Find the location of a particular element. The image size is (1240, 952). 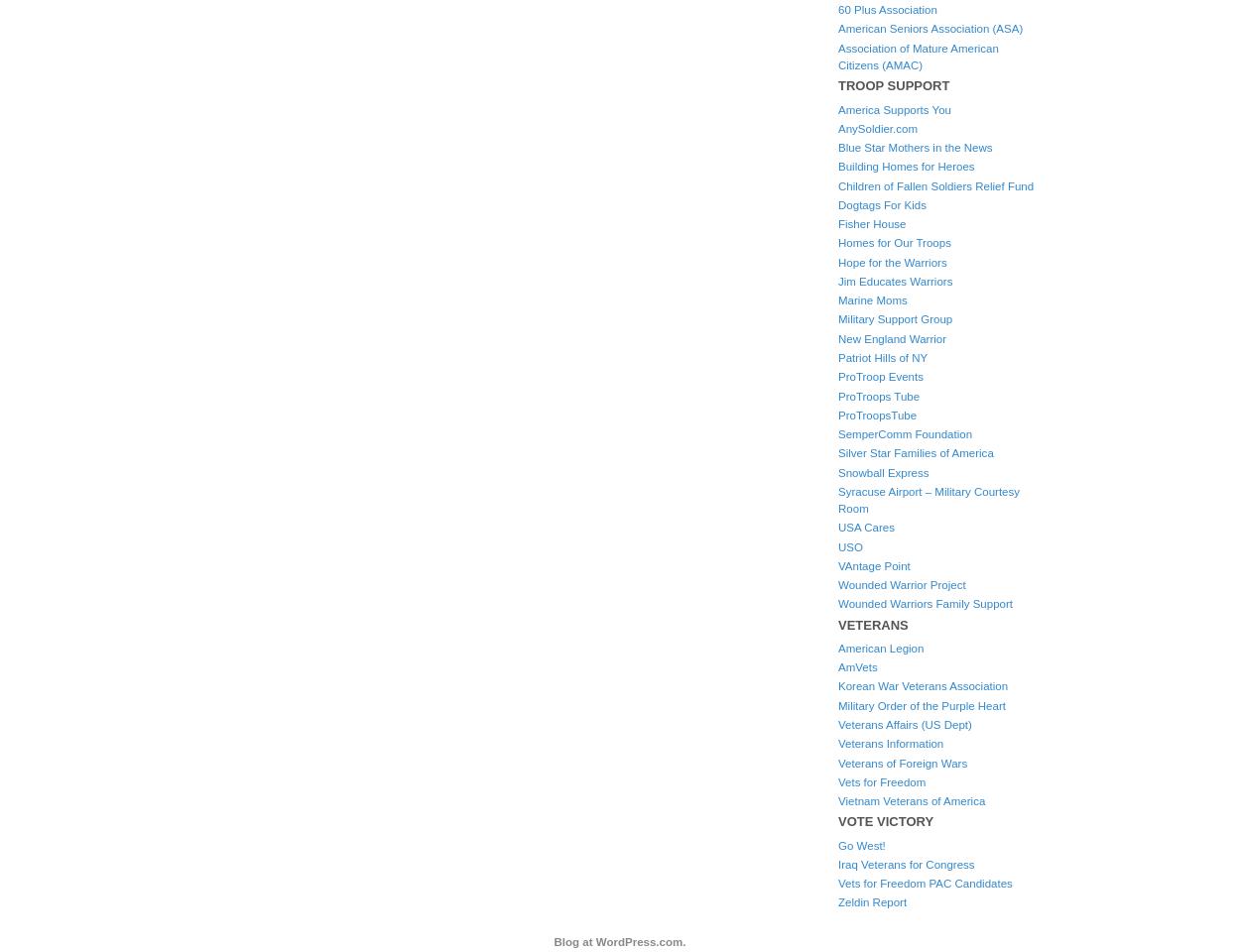

'Patriot Hills of NY' is located at coordinates (883, 357).